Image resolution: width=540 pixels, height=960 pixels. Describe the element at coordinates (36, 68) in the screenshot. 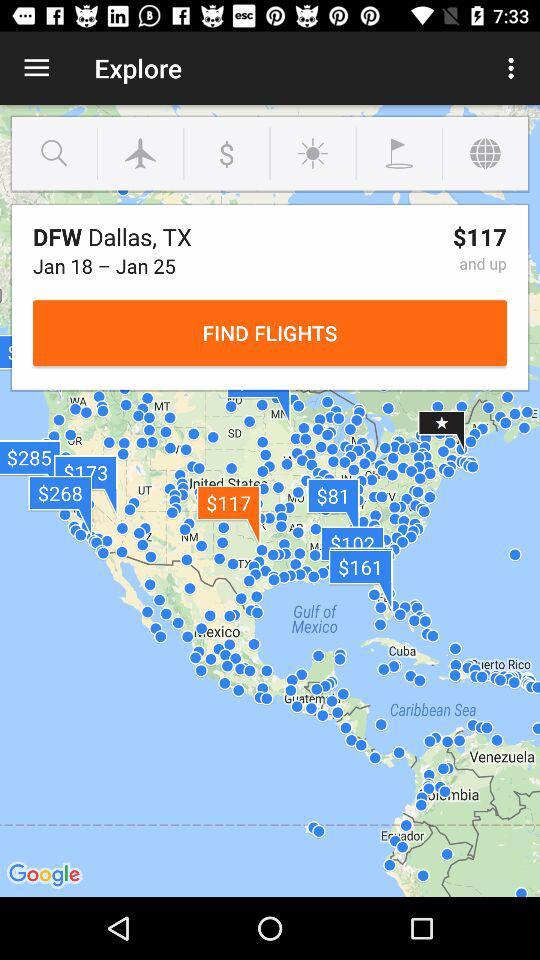

I see `icon to the left of the explore icon` at that location.